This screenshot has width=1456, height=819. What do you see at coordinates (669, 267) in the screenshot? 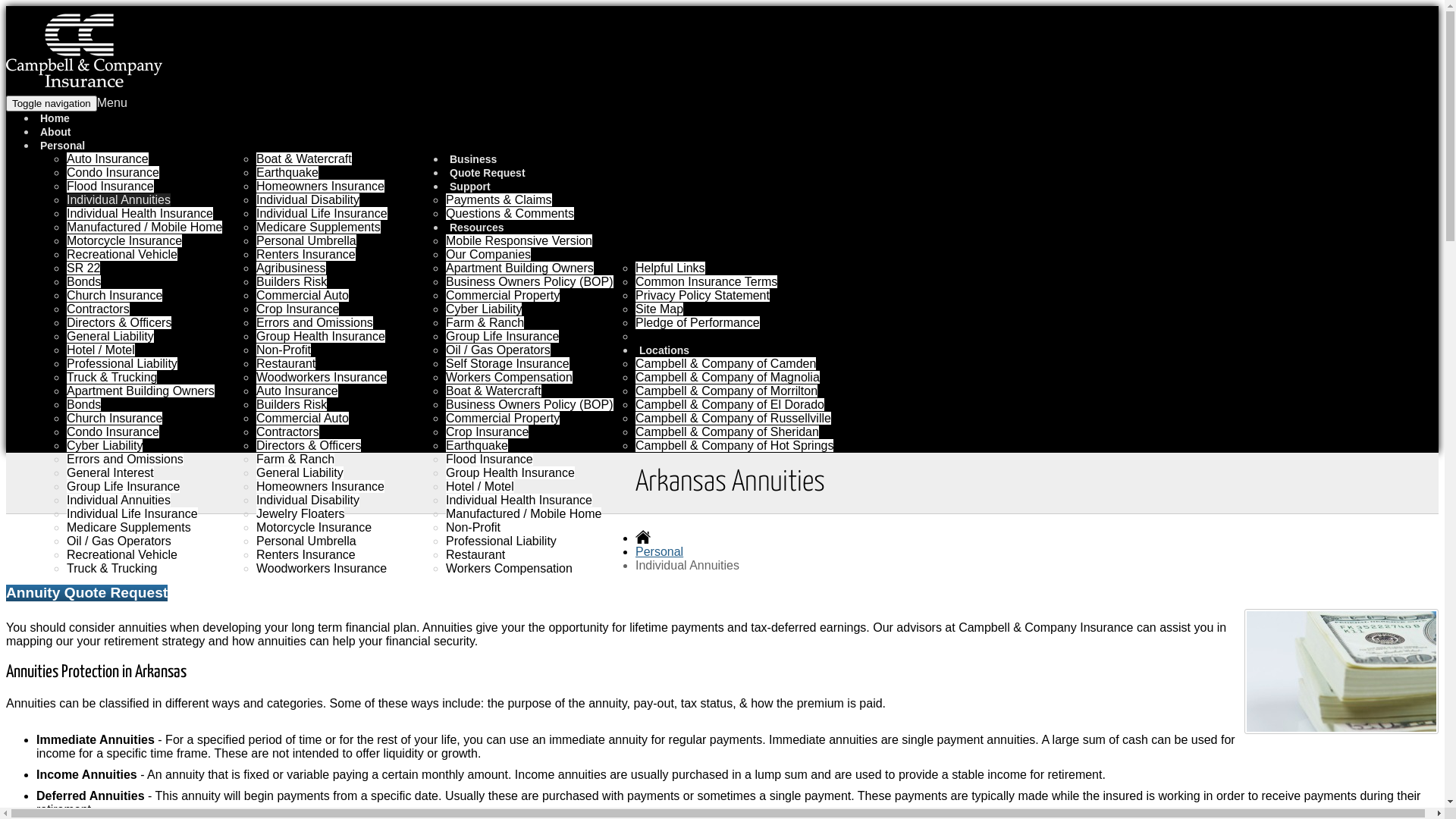
I see `'Helpful Links'` at bounding box center [669, 267].